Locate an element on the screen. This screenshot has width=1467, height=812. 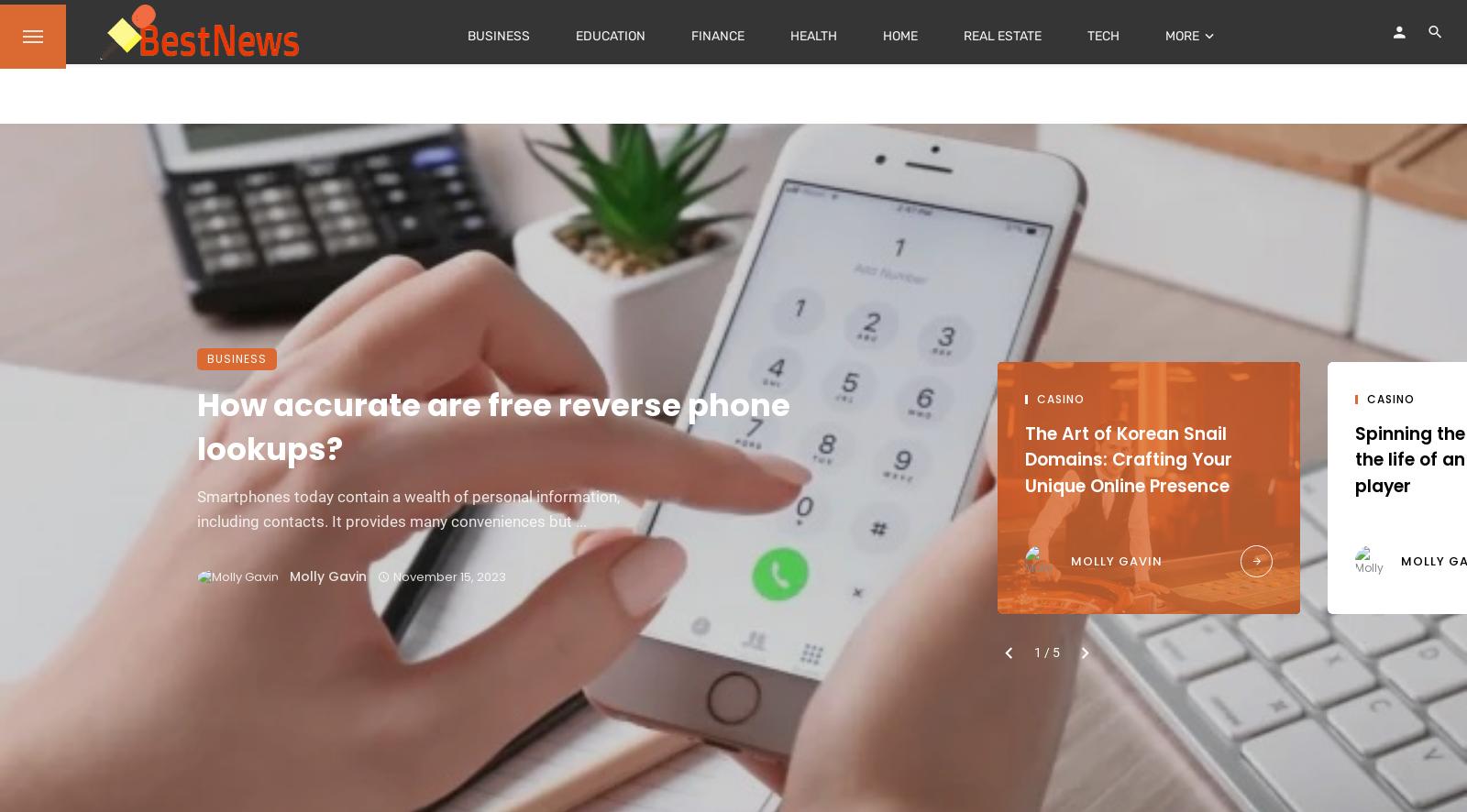
'1' is located at coordinates (1039, 652).